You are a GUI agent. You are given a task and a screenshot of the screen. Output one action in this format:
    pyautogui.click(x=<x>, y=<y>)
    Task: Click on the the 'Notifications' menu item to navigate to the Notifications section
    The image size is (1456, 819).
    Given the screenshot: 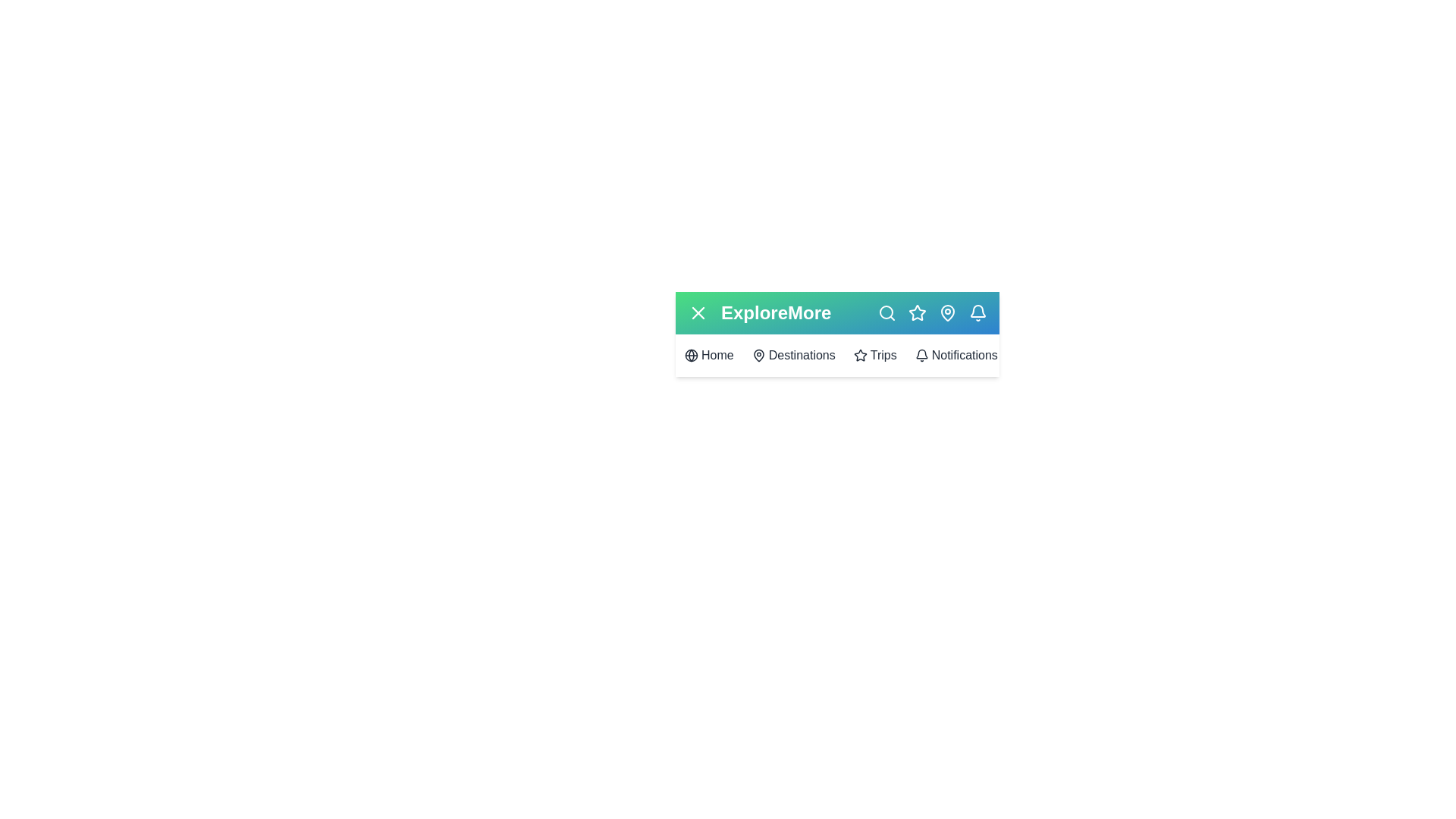 What is the action you would take?
    pyautogui.click(x=955, y=356)
    